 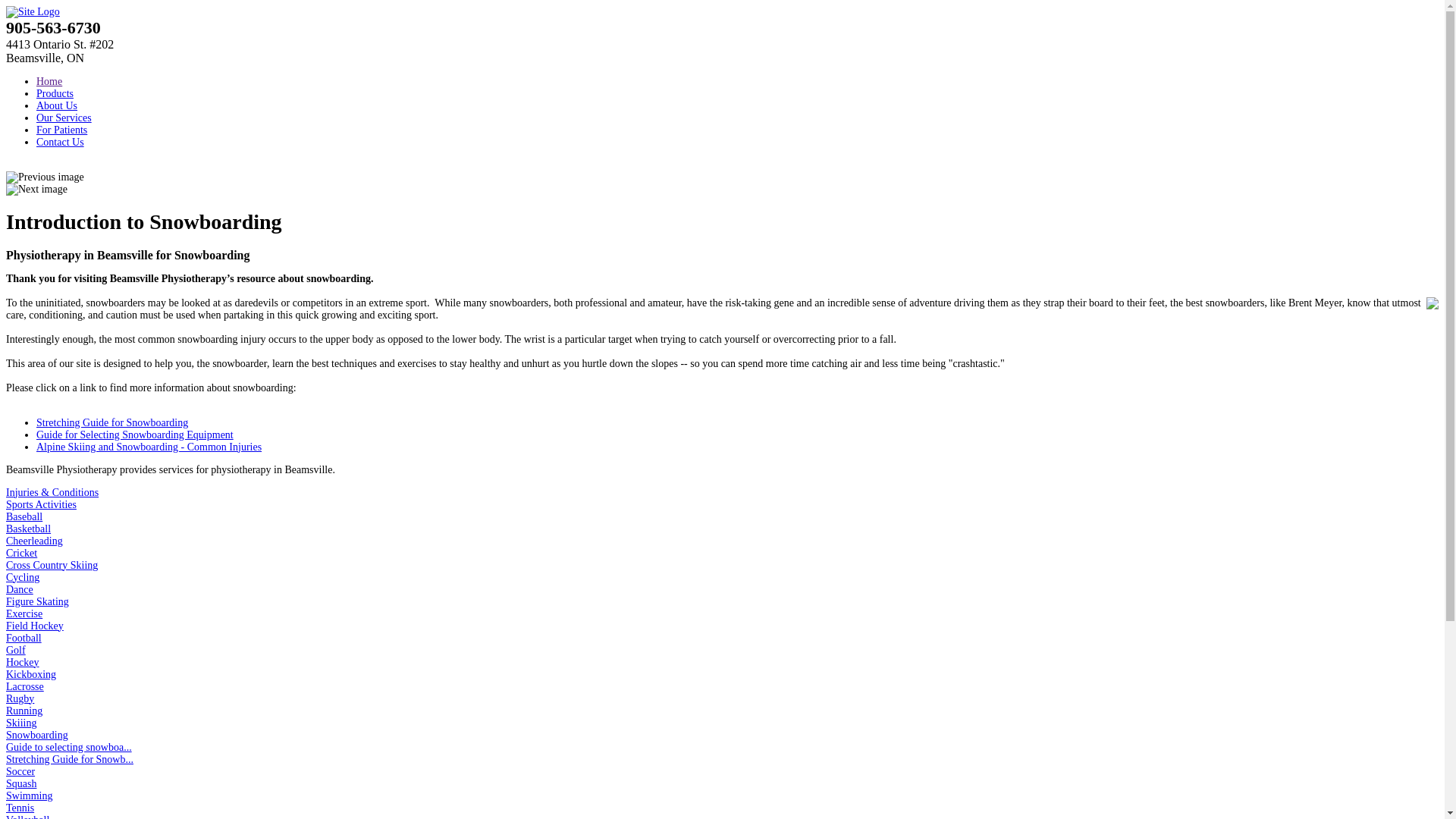 What do you see at coordinates (6, 516) in the screenshot?
I see `'Baseball'` at bounding box center [6, 516].